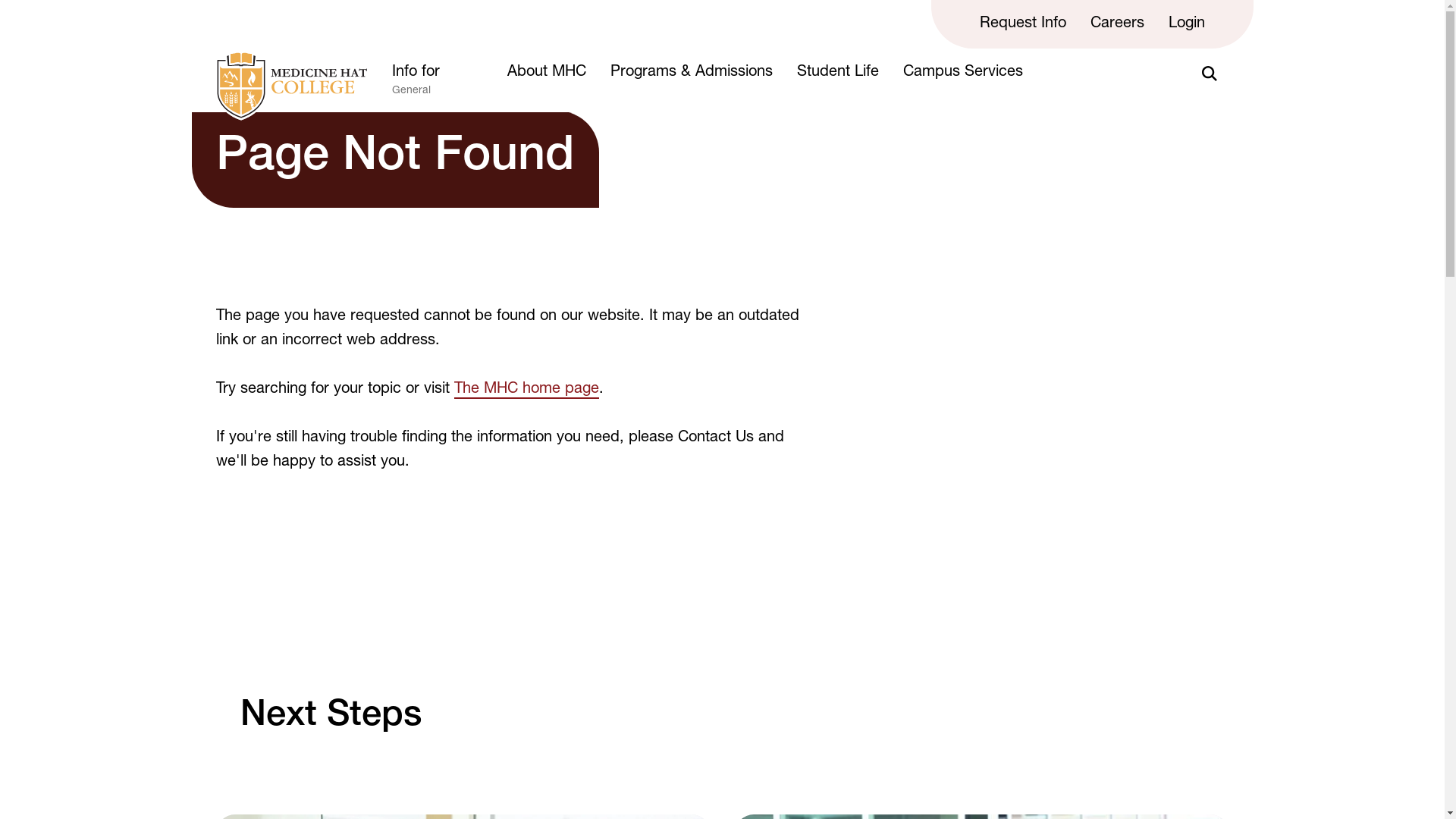 Image resolution: width=1456 pixels, height=819 pixels. Describe the element at coordinates (1117, 24) in the screenshot. I see `'Careers'` at that location.